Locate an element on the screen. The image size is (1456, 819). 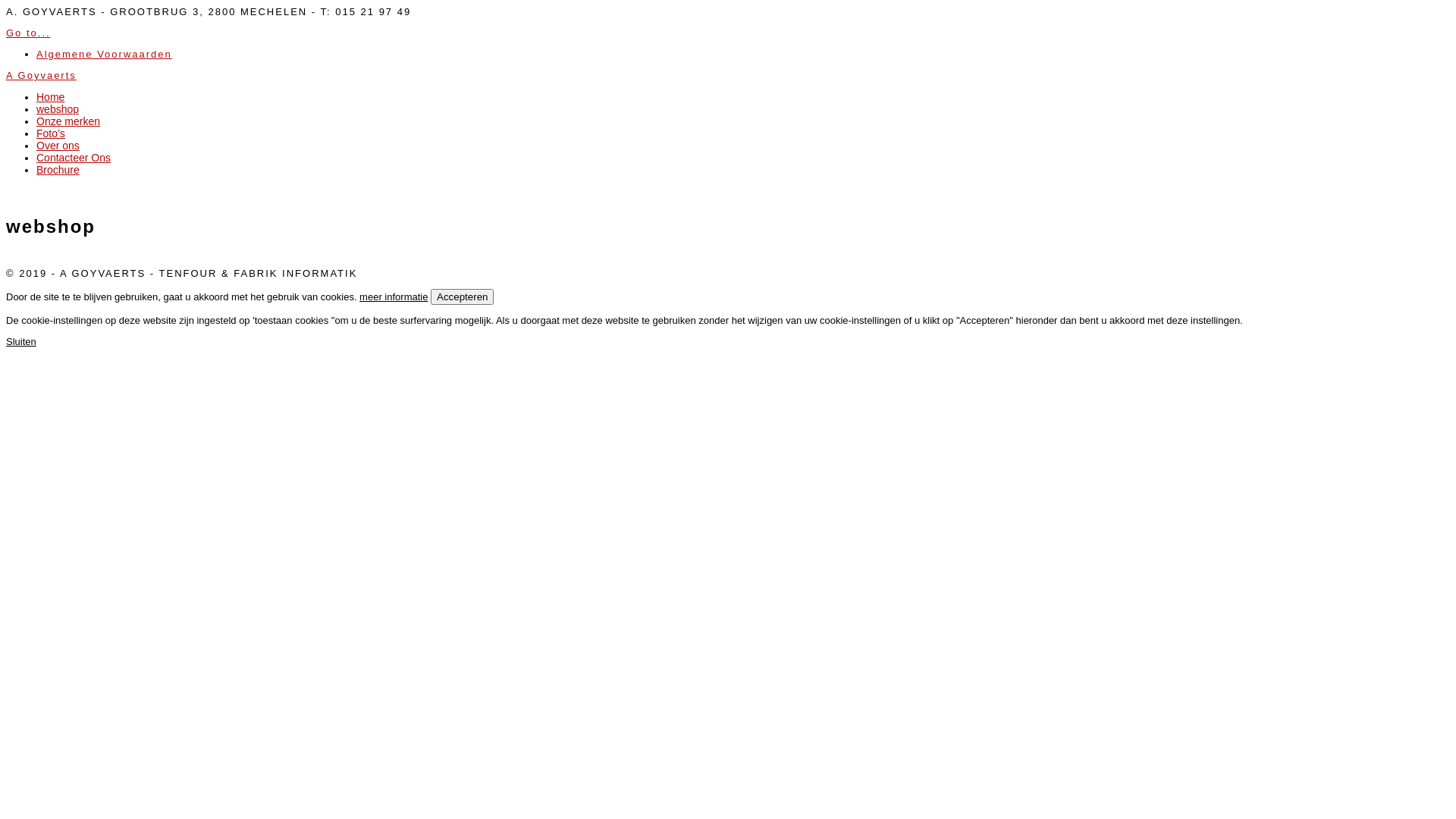
'webshop' is located at coordinates (36, 108).